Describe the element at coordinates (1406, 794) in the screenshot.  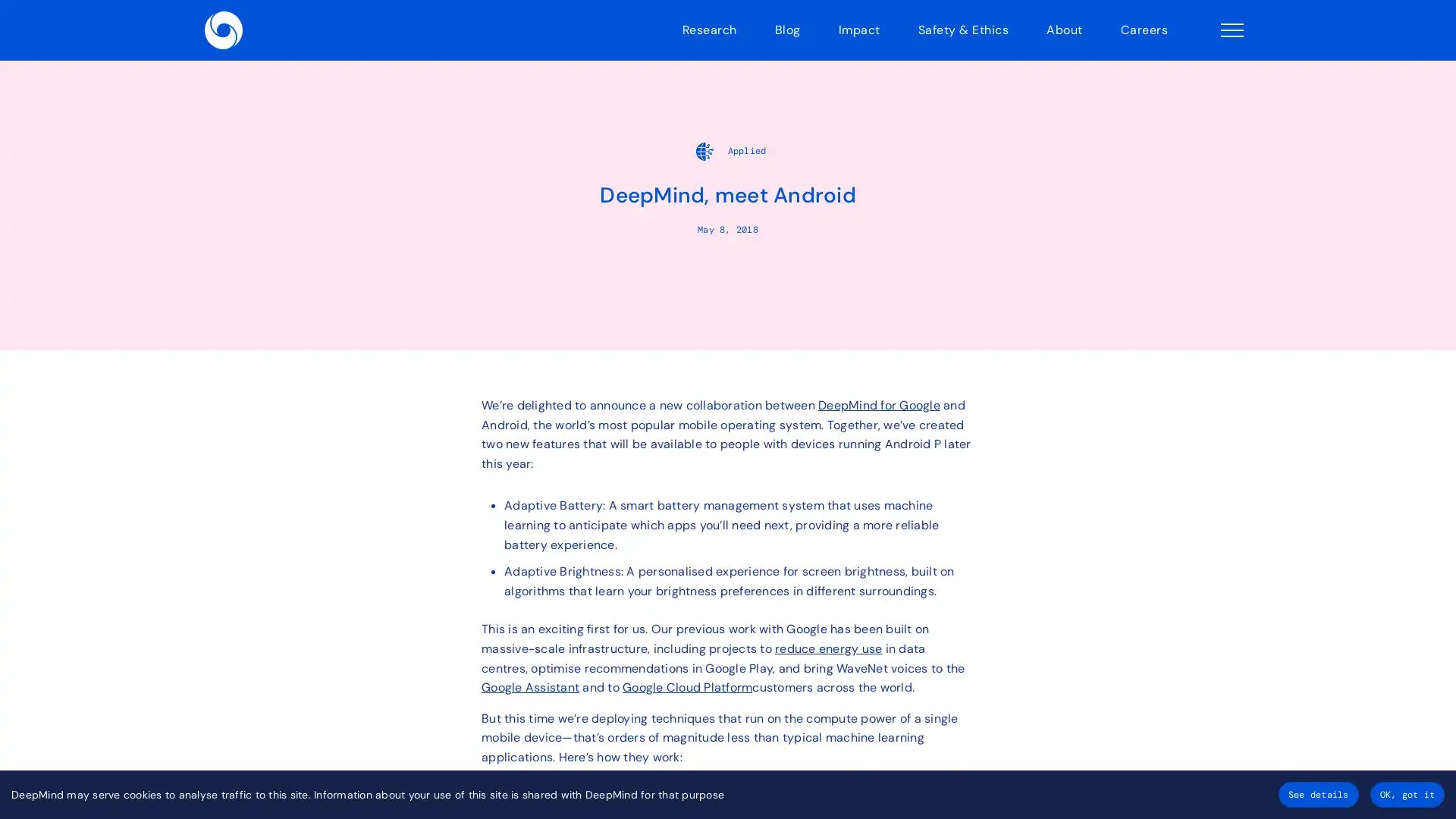
I see `OK, got it` at that location.